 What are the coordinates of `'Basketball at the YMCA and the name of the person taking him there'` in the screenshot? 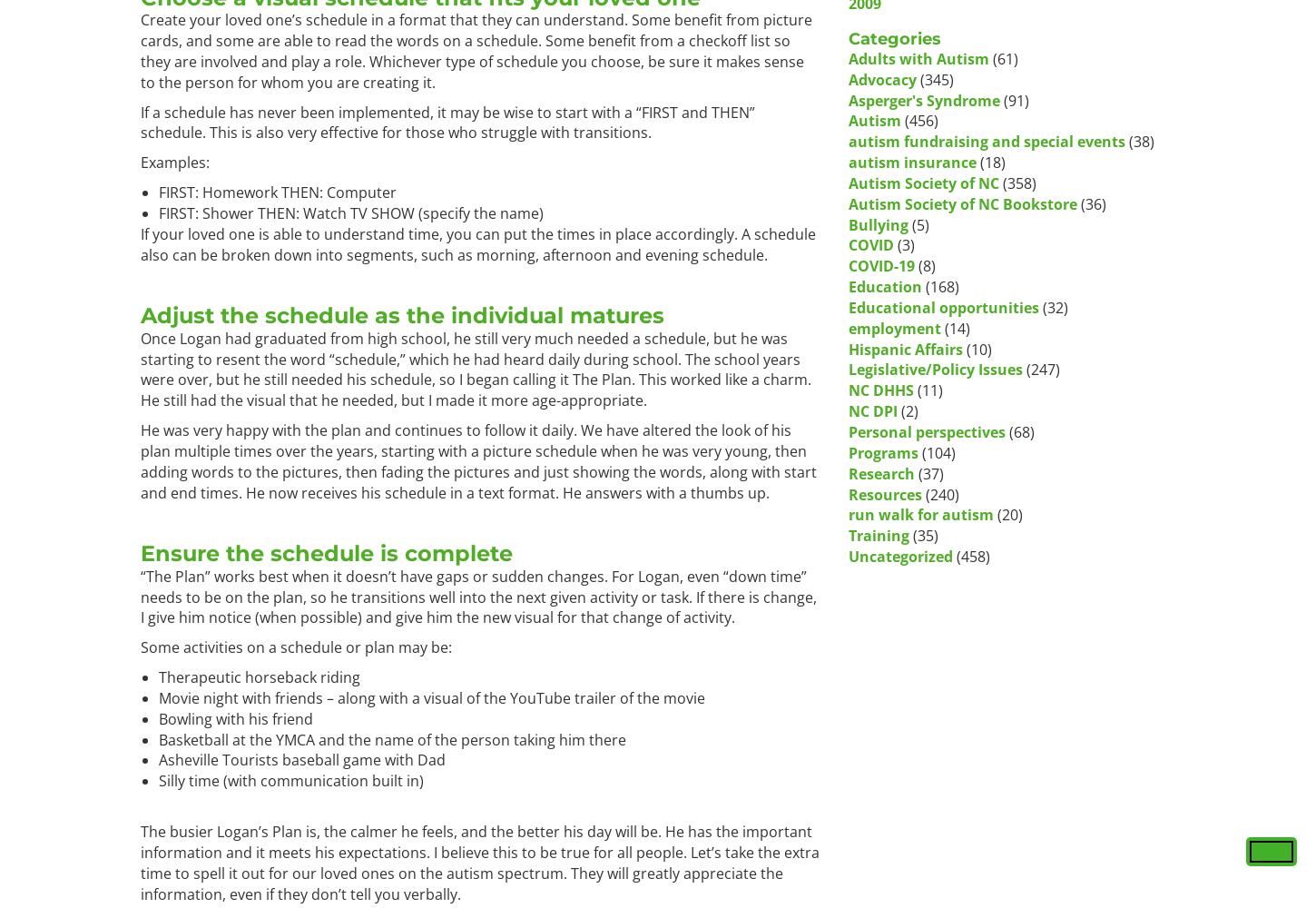 It's located at (391, 737).